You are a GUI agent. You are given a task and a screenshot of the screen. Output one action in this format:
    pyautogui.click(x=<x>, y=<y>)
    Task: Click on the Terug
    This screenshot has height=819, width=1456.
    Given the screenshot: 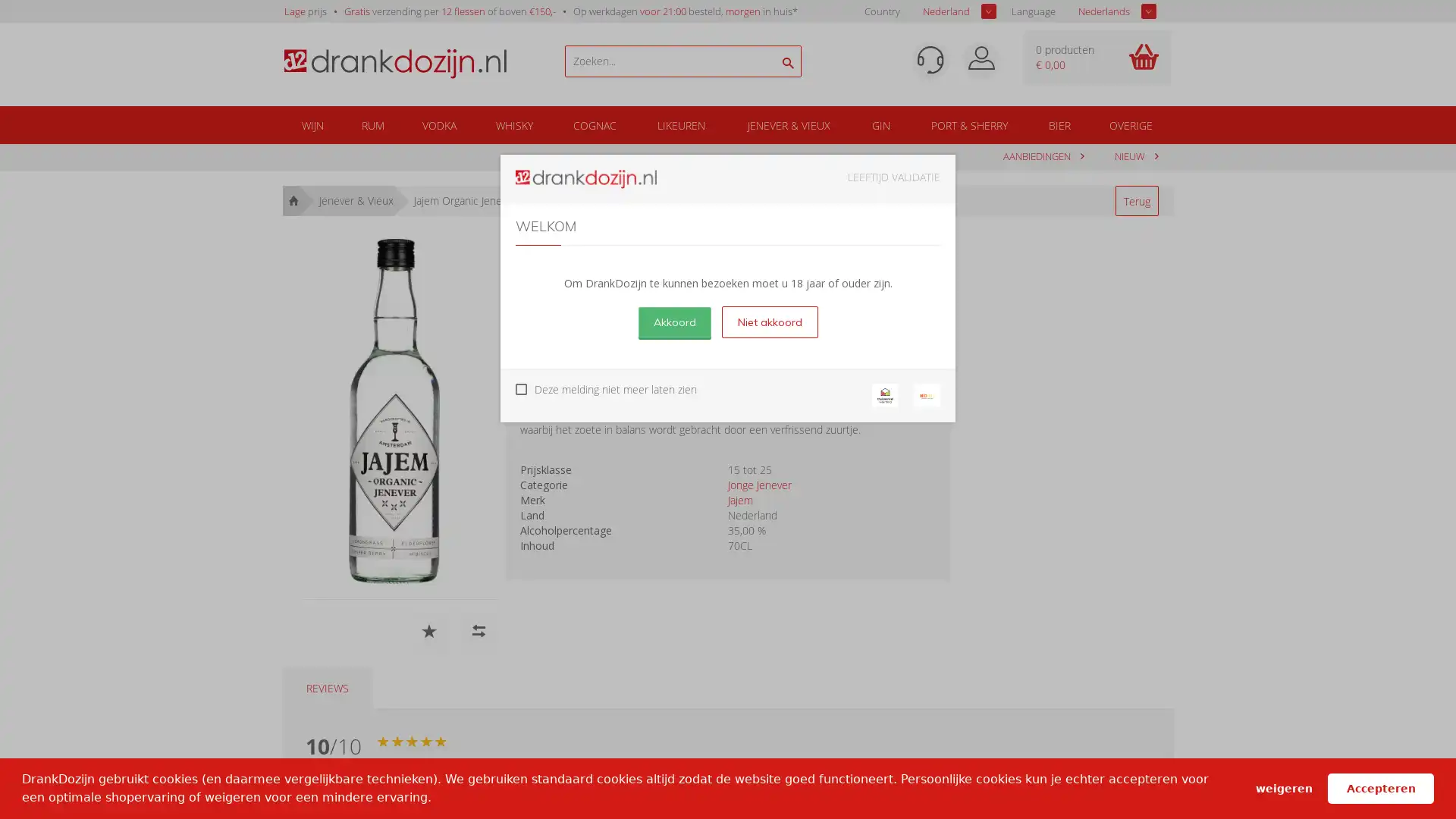 What is the action you would take?
    pyautogui.click(x=1136, y=200)
    